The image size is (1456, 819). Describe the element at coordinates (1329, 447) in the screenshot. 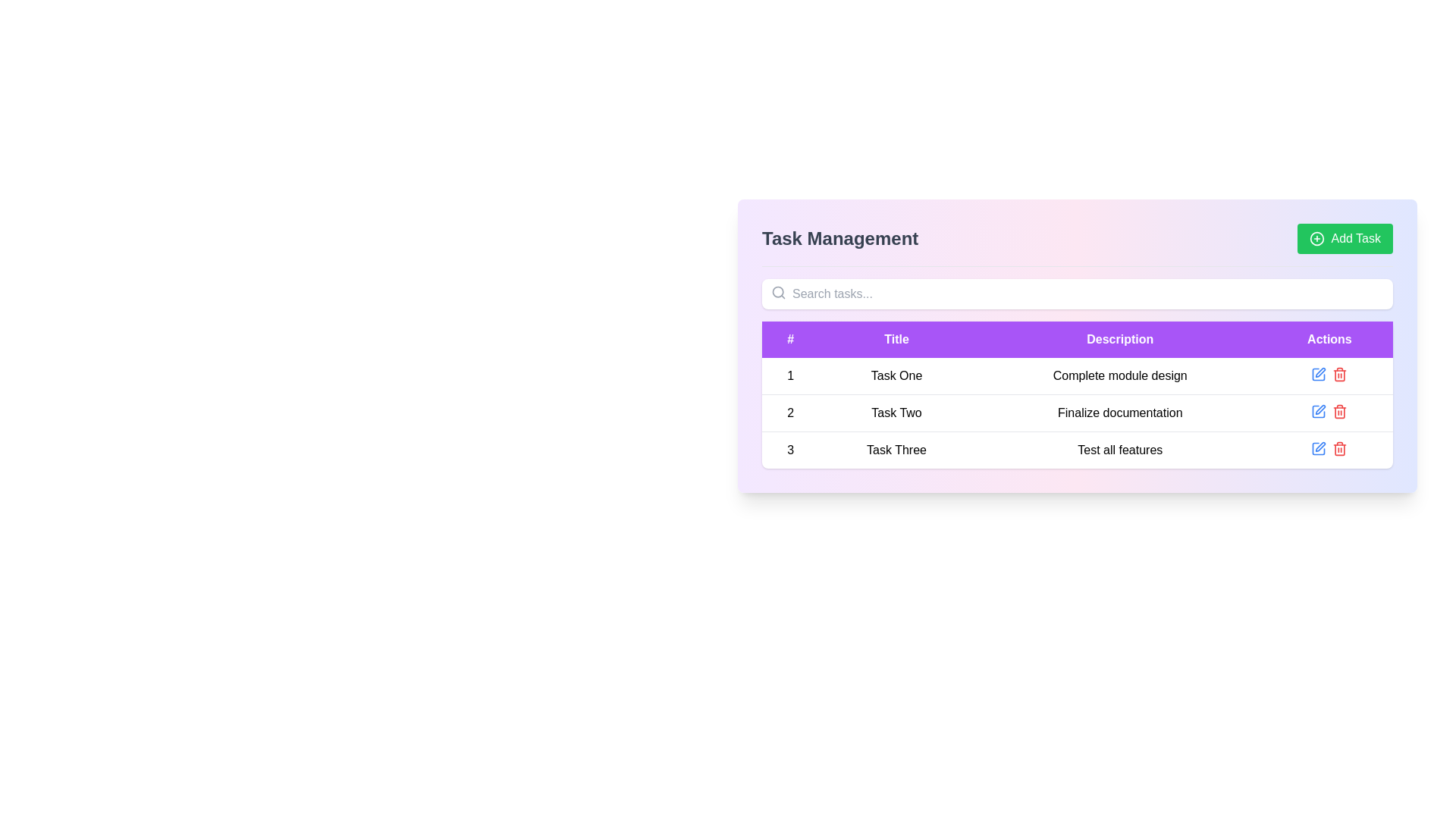

I see `the red delete icon located in the rightmost column of the third row under the 'Actions' header to confirm the deletion of the task 'Test all features.'` at that location.